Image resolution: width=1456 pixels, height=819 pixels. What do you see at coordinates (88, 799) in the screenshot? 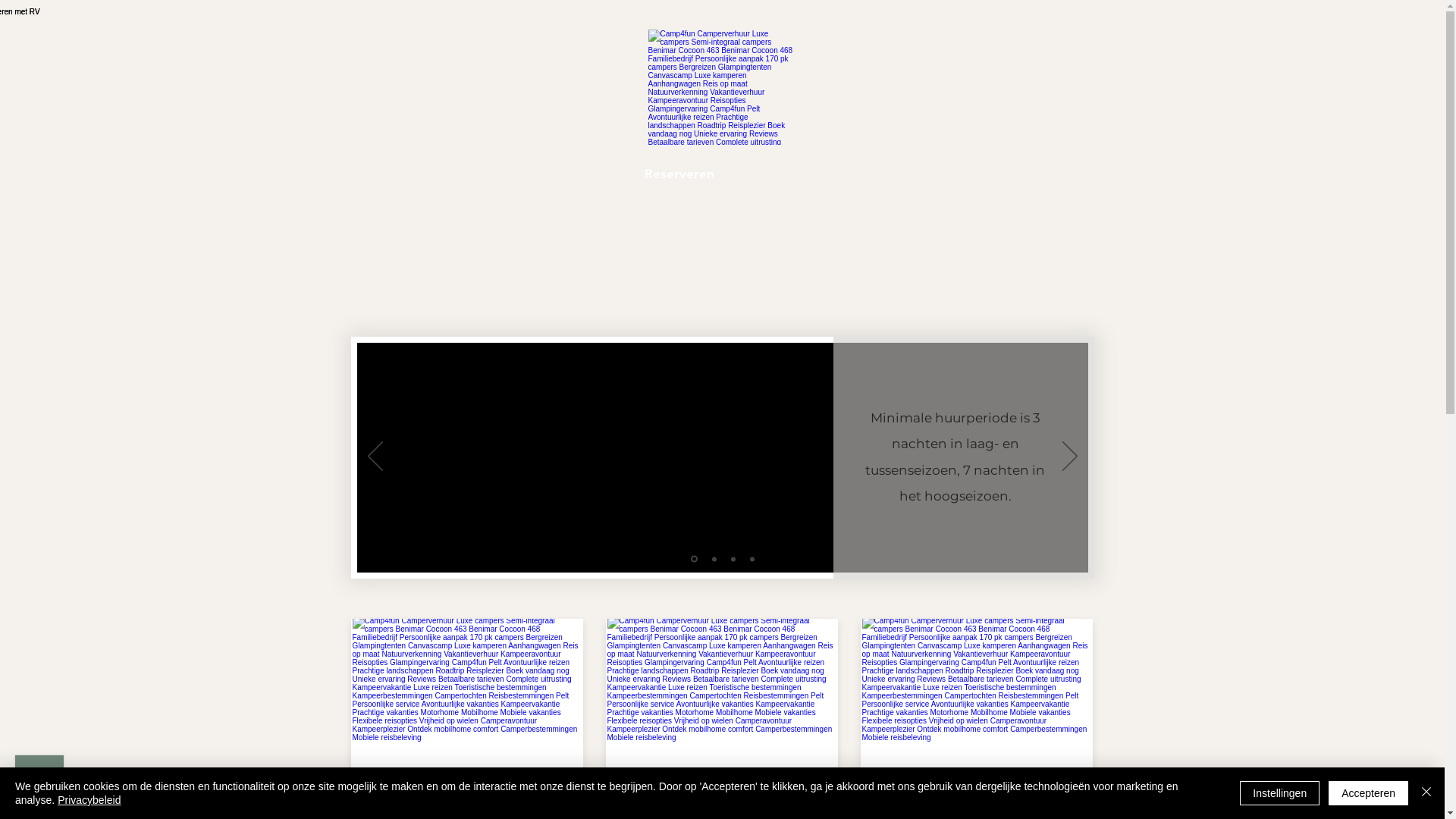
I see `'Privacybeleid'` at bounding box center [88, 799].